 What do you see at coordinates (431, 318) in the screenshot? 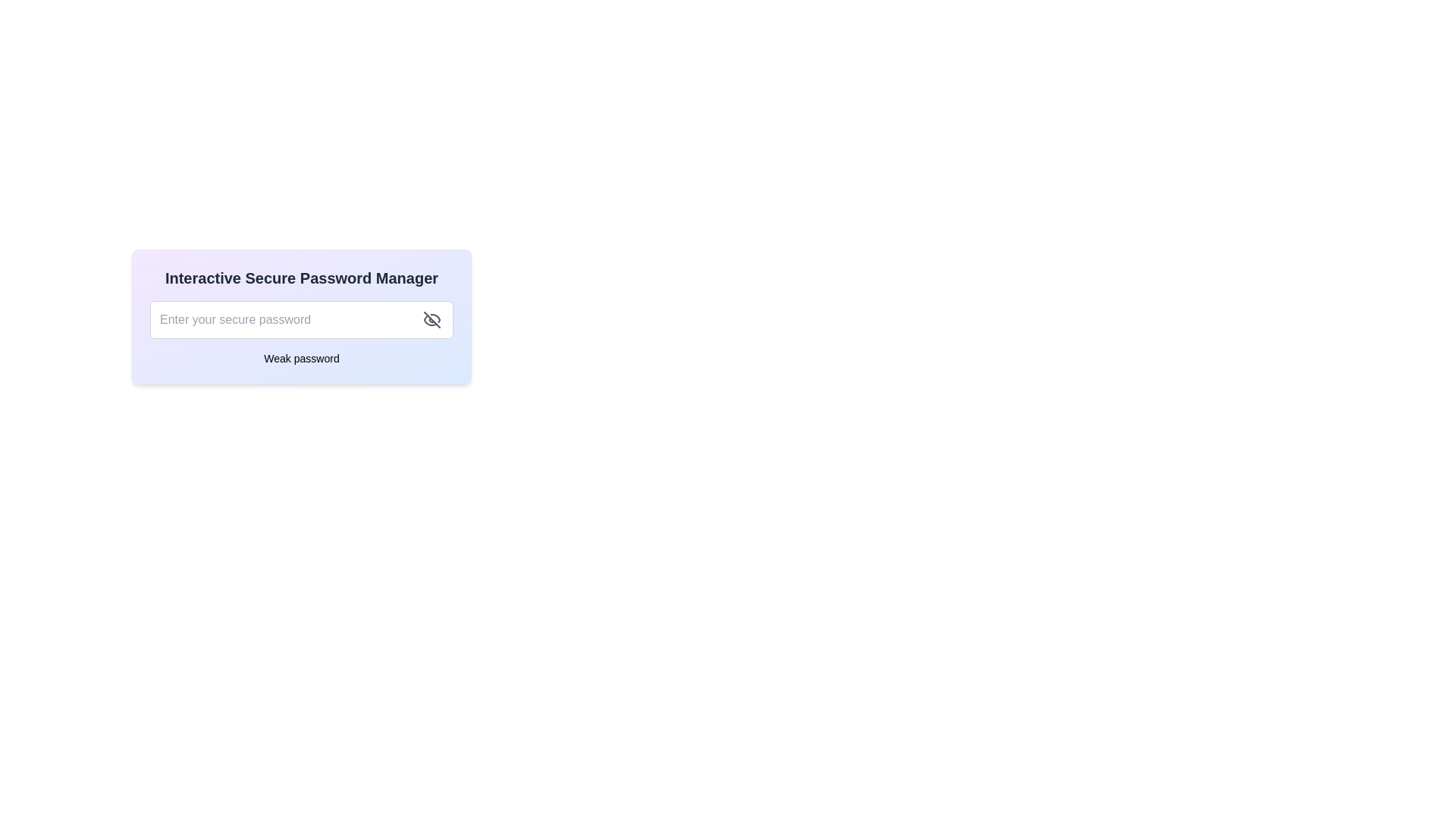
I see `the toggle password visibility button located on the right side of the input field in the 'Interactive Secure Password Manager' component to switch between showing and hiding the entered text` at bounding box center [431, 318].